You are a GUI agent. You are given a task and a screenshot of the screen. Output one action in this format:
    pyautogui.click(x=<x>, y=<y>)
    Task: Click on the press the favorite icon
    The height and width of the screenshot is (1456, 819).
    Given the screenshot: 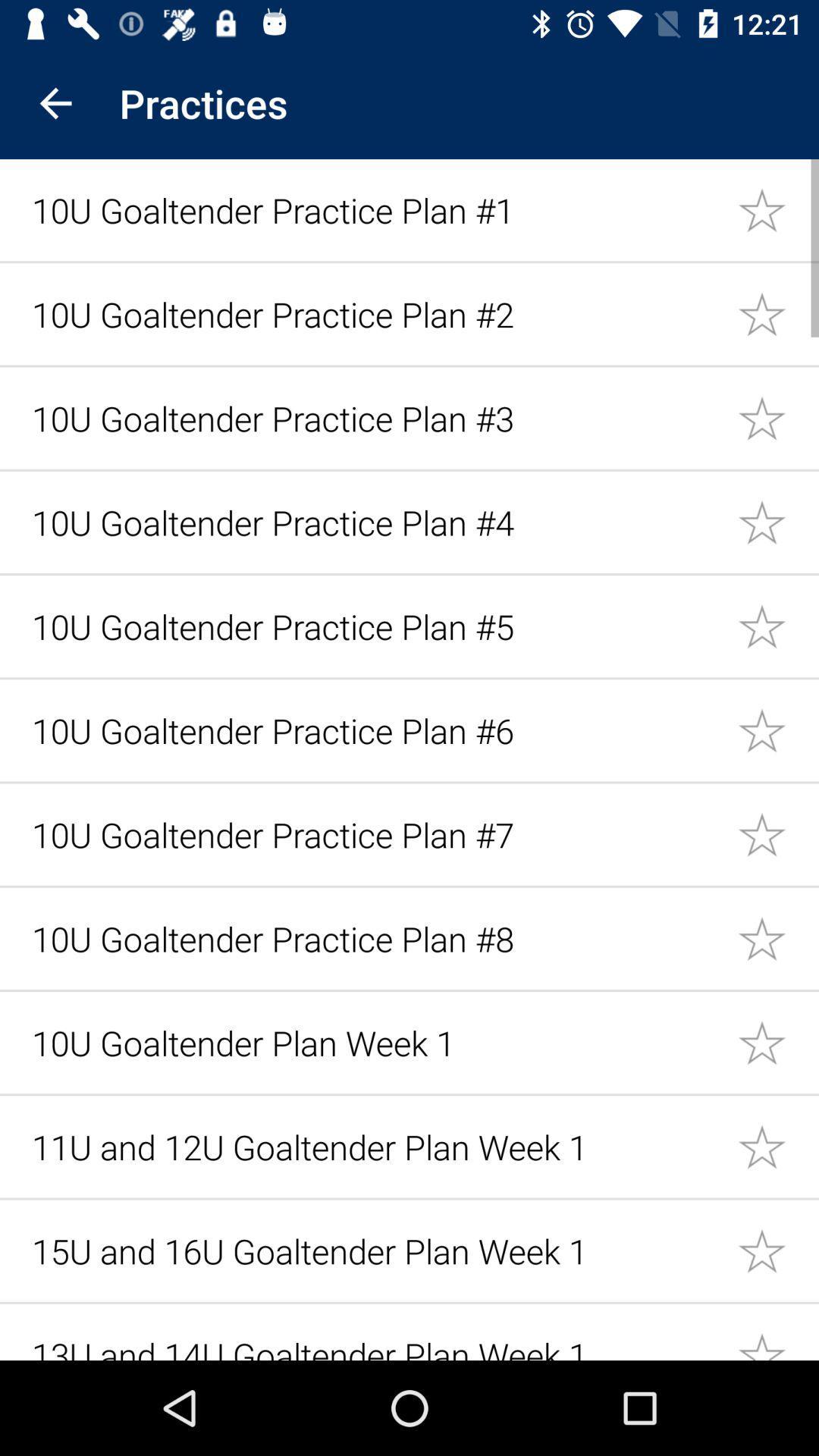 What is the action you would take?
    pyautogui.click(x=778, y=312)
    